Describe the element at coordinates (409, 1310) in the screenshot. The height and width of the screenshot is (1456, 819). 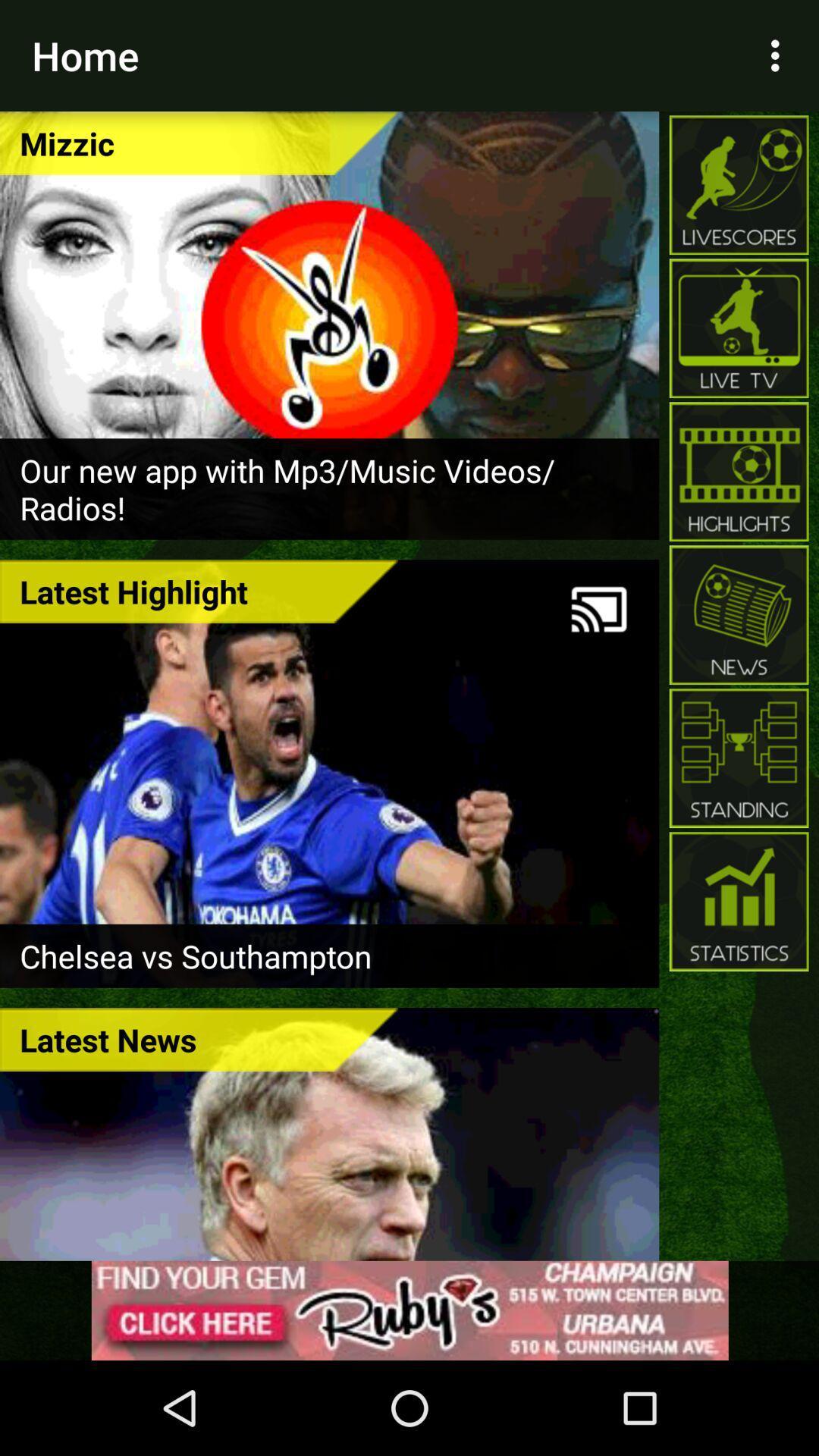
I see `click advertisement` at that location.